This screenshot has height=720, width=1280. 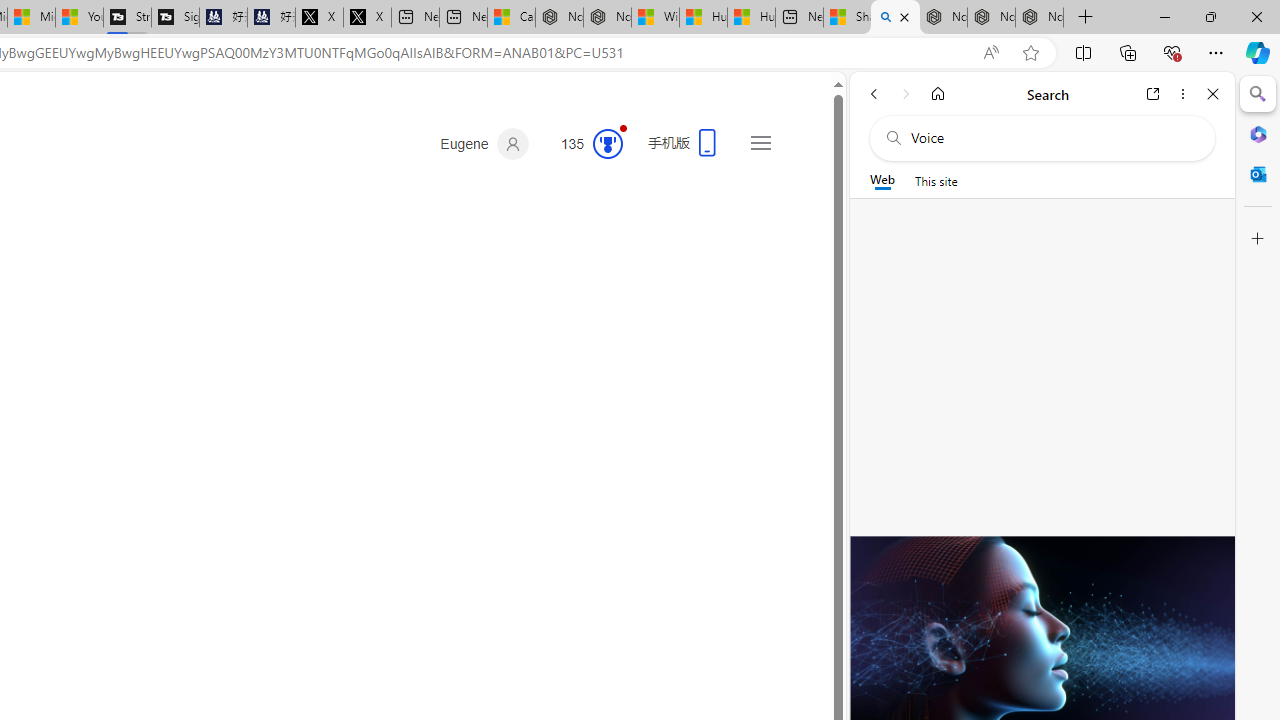 What do you see at coordinates (1031, 52) in the screenshot?
I see `'Add this page to favorites (Ctrl+D)'` at bounding box center [1031, 52].